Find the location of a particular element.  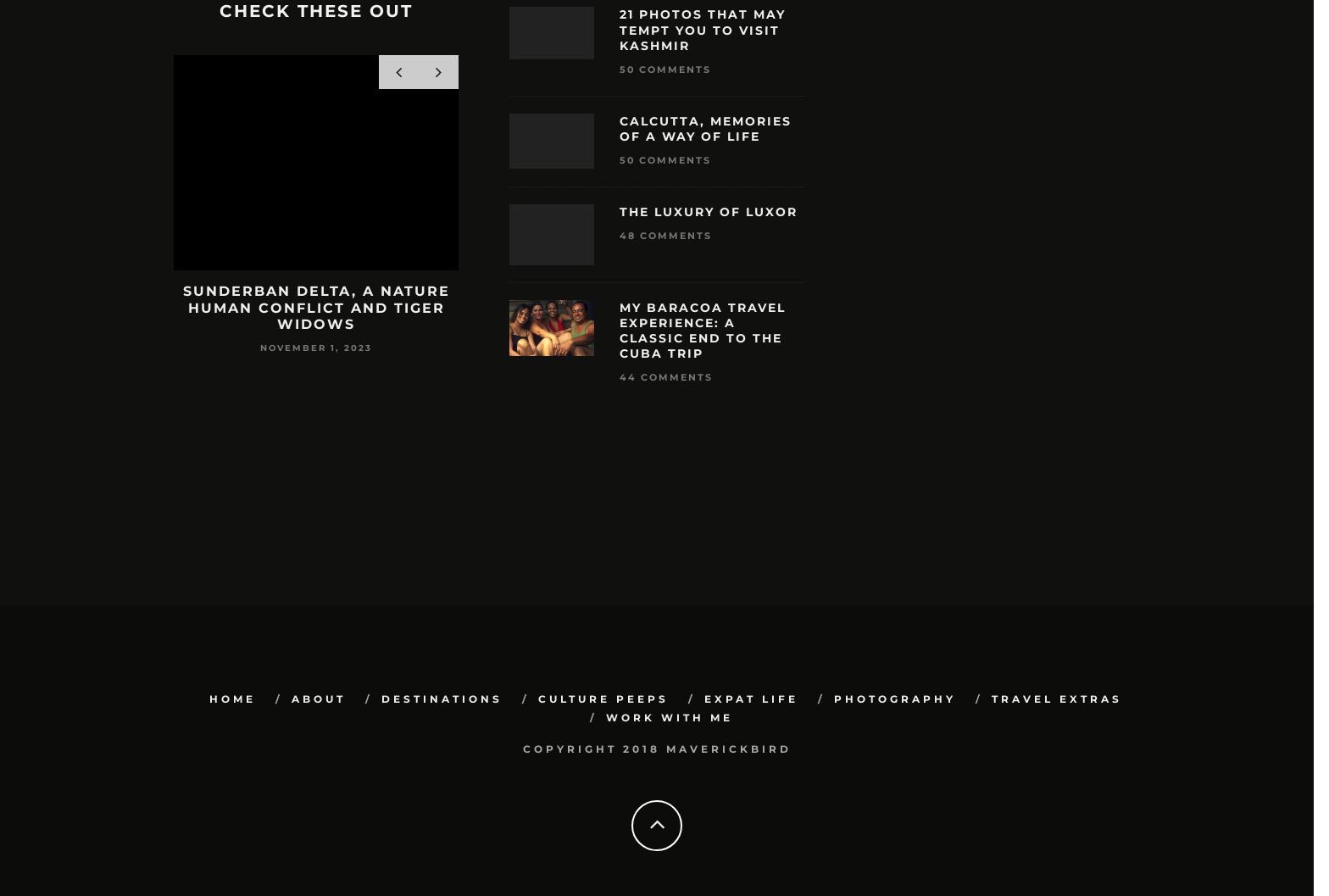

'Culture Peeps' is located at coordinates (602, 698).